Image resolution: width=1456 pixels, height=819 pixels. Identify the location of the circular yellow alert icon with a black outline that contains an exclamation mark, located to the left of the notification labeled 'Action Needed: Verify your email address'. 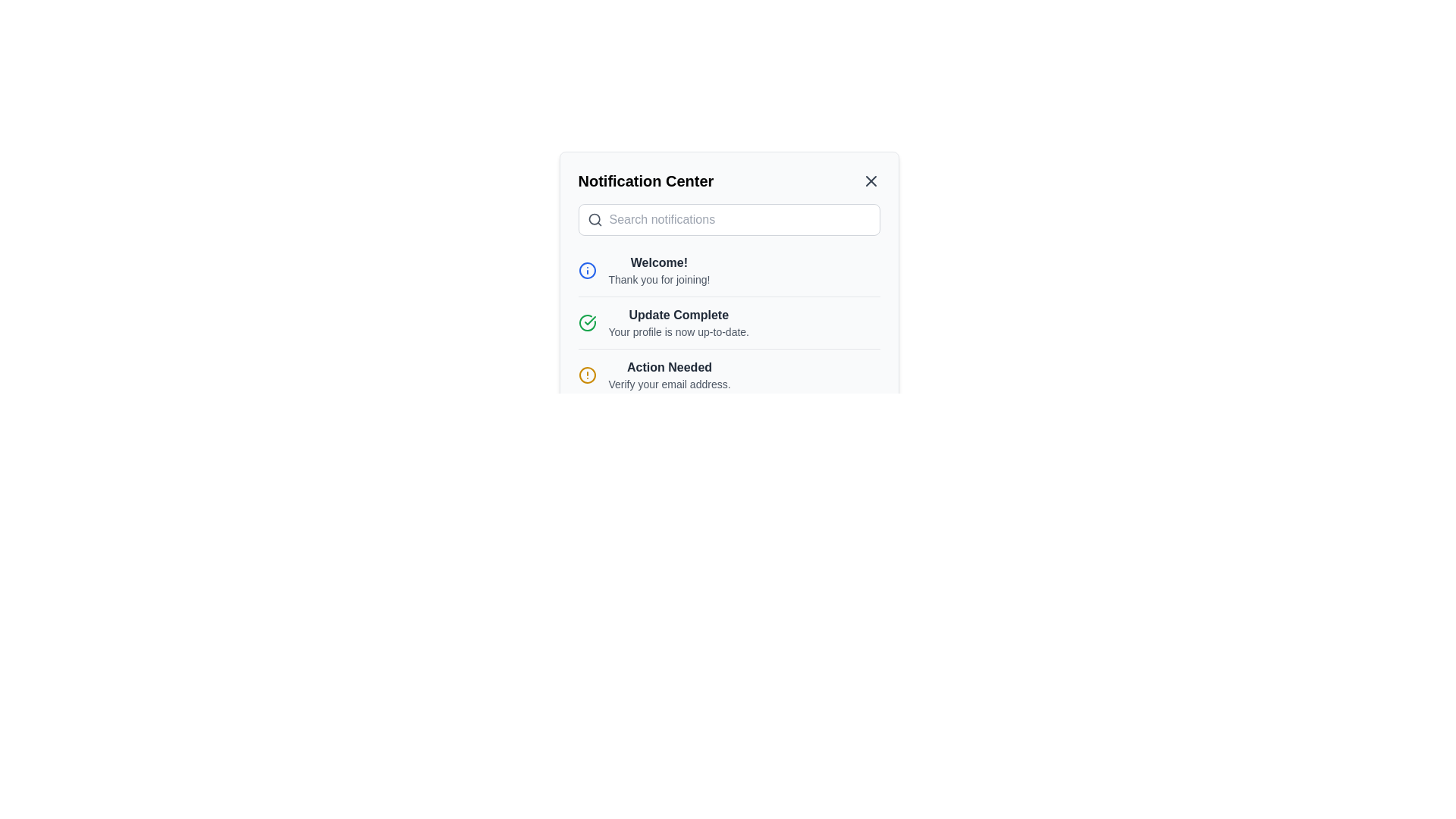
(586, 375).